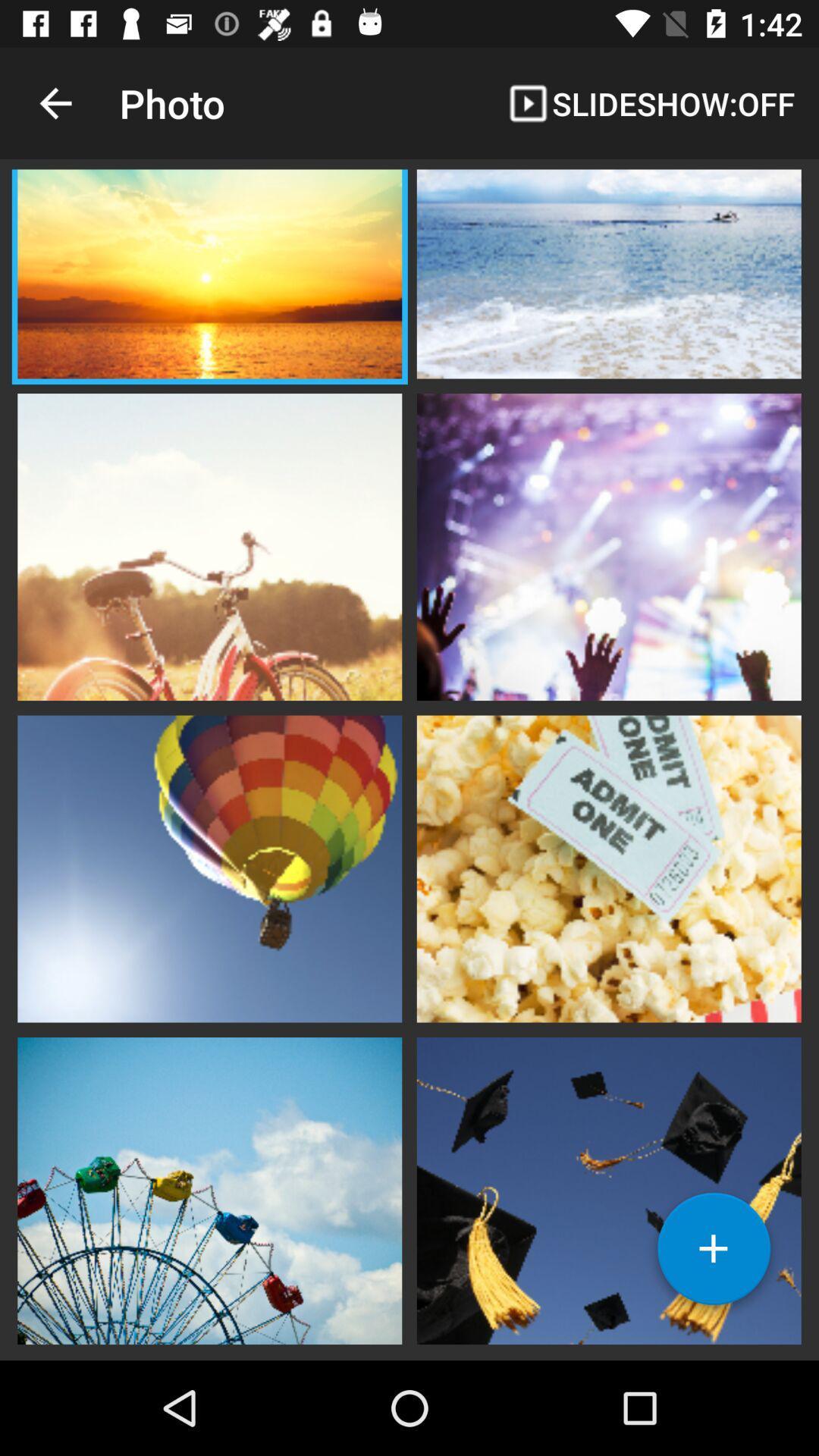 The height and width of the screenshot is (1456, 819). I want to click on pitcher, so click(209, 1188).